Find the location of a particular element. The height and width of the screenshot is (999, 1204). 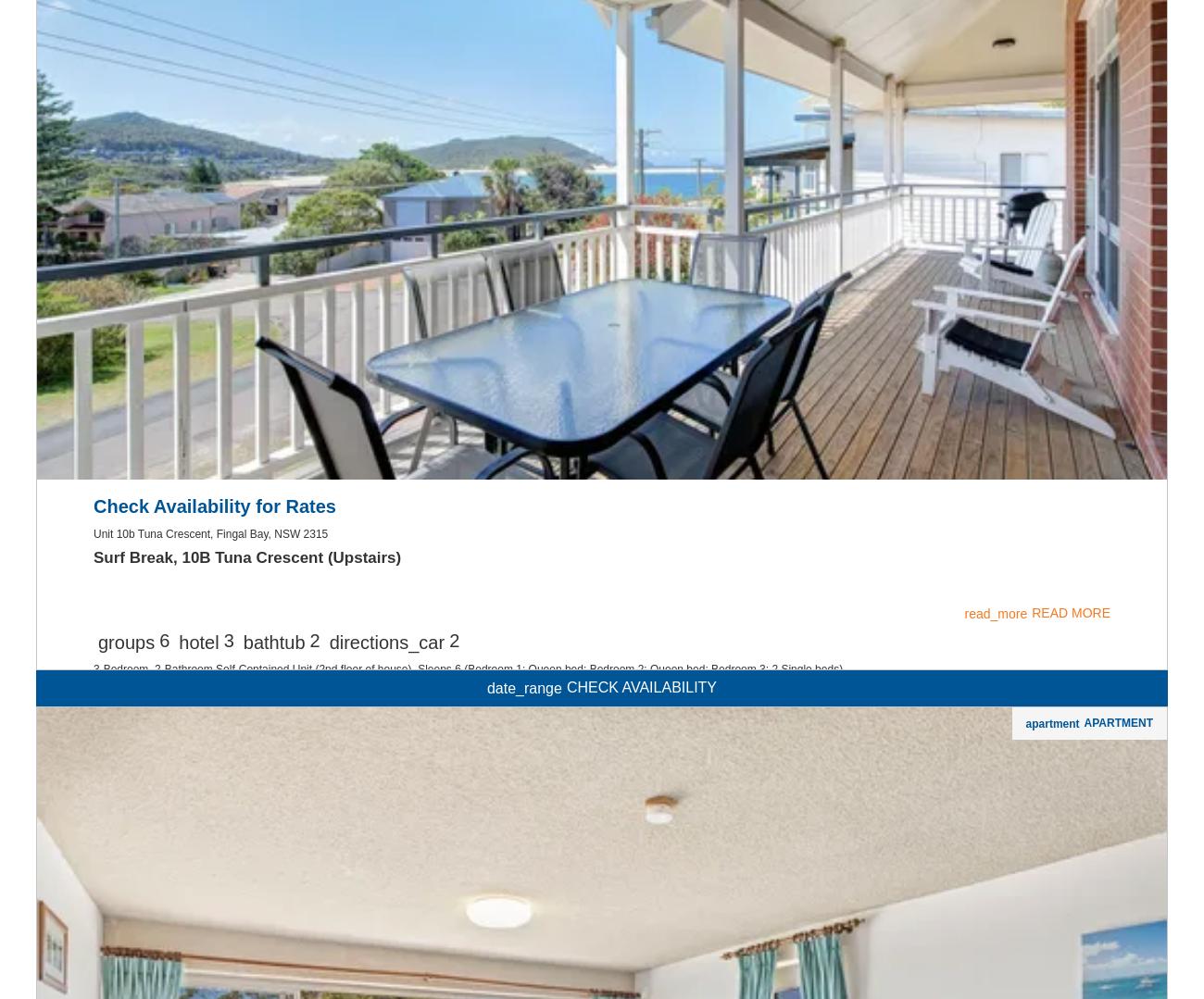

'Apartment Features' is located at coordinates (200, 24).